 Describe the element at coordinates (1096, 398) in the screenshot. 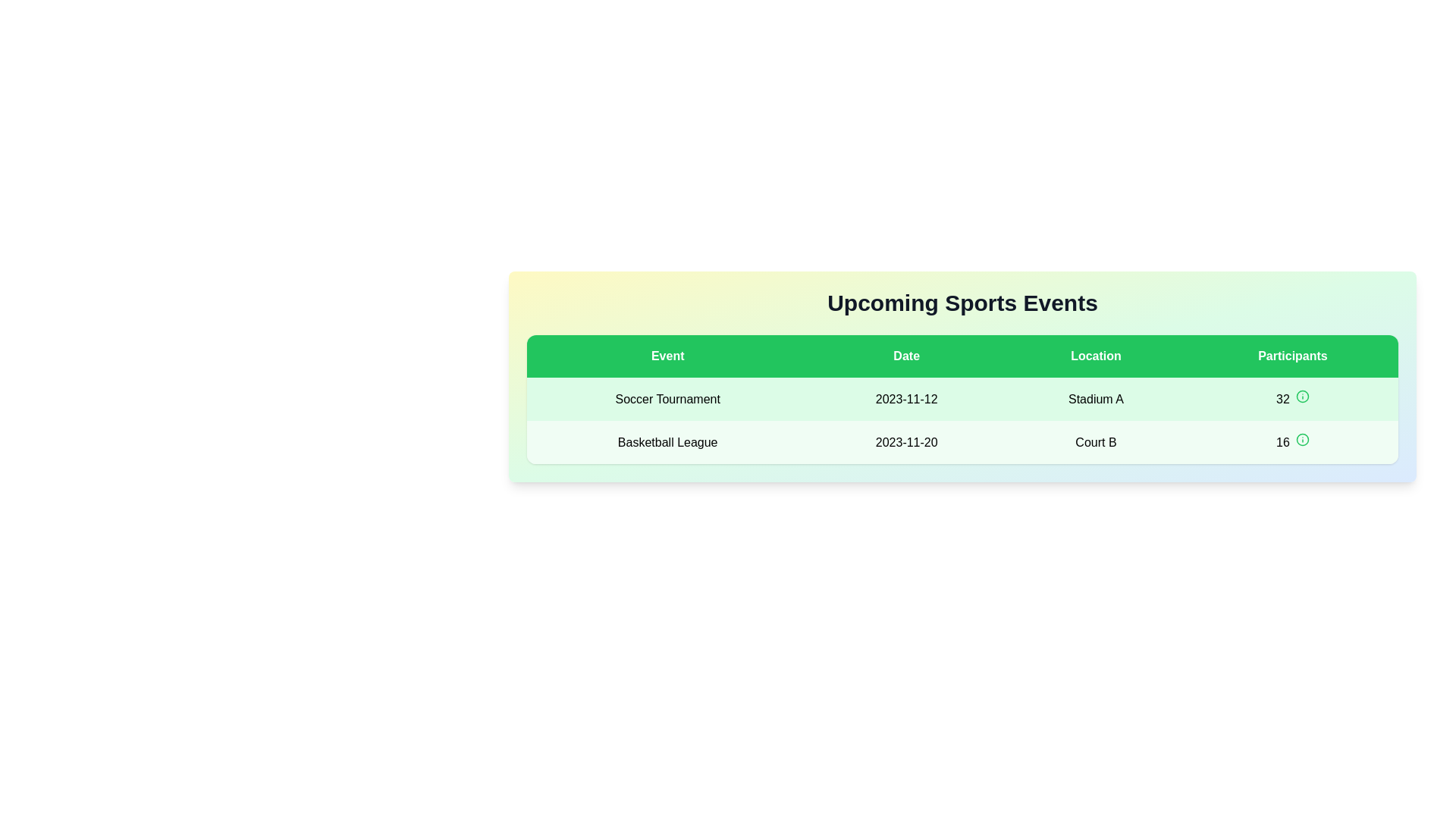

I see `the text label 'Stadium A' which is displayed in black bold font on a light-green background, part of a table under the 'Location' column` at that location.